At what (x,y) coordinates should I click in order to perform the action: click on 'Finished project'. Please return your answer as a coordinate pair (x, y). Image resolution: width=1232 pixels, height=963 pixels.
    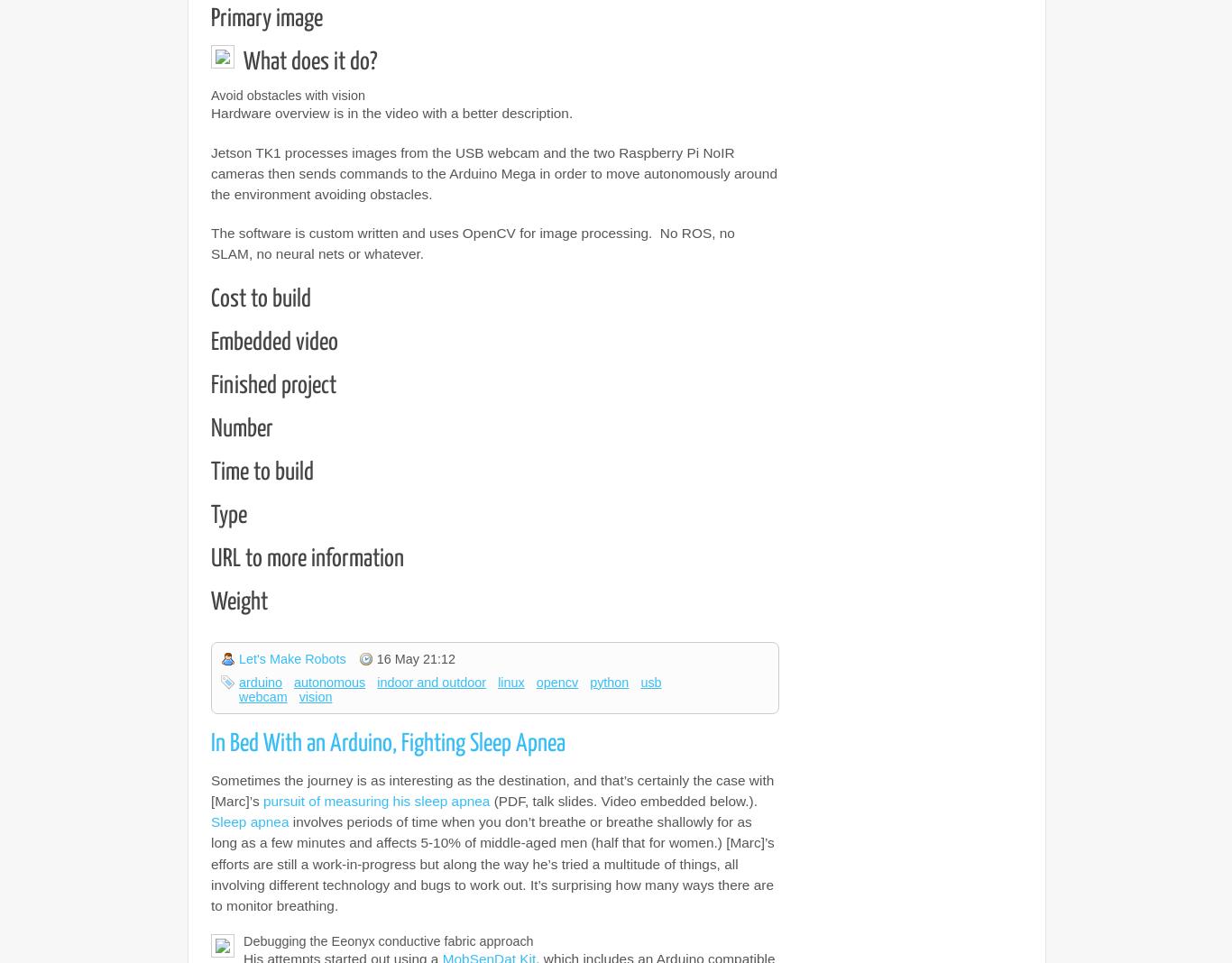
    Looking at the image, I should click on (273, 386).